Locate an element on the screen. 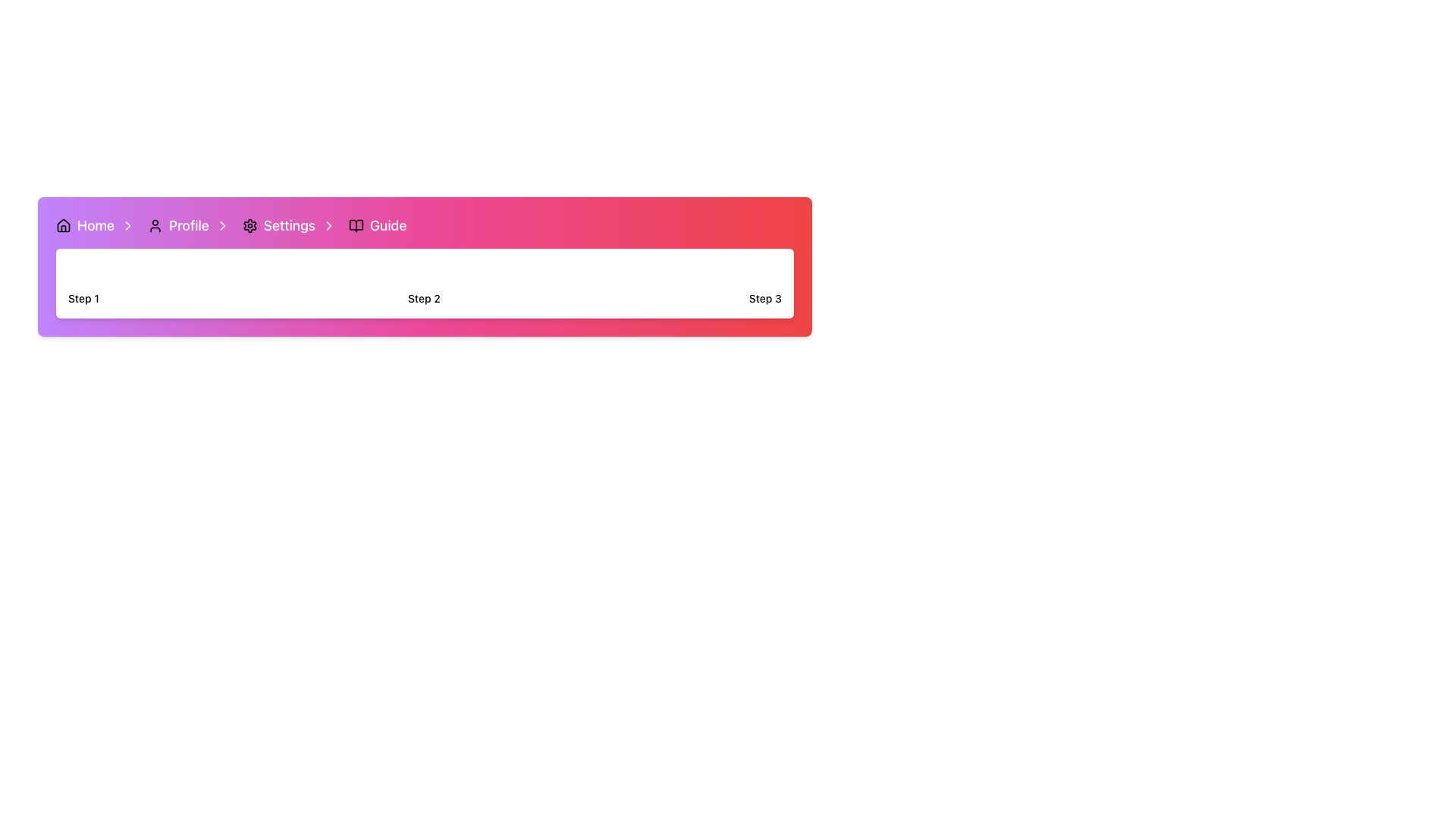  the house icon located on the leftmost side of the navigation bar is located at coordinates (62, 225).